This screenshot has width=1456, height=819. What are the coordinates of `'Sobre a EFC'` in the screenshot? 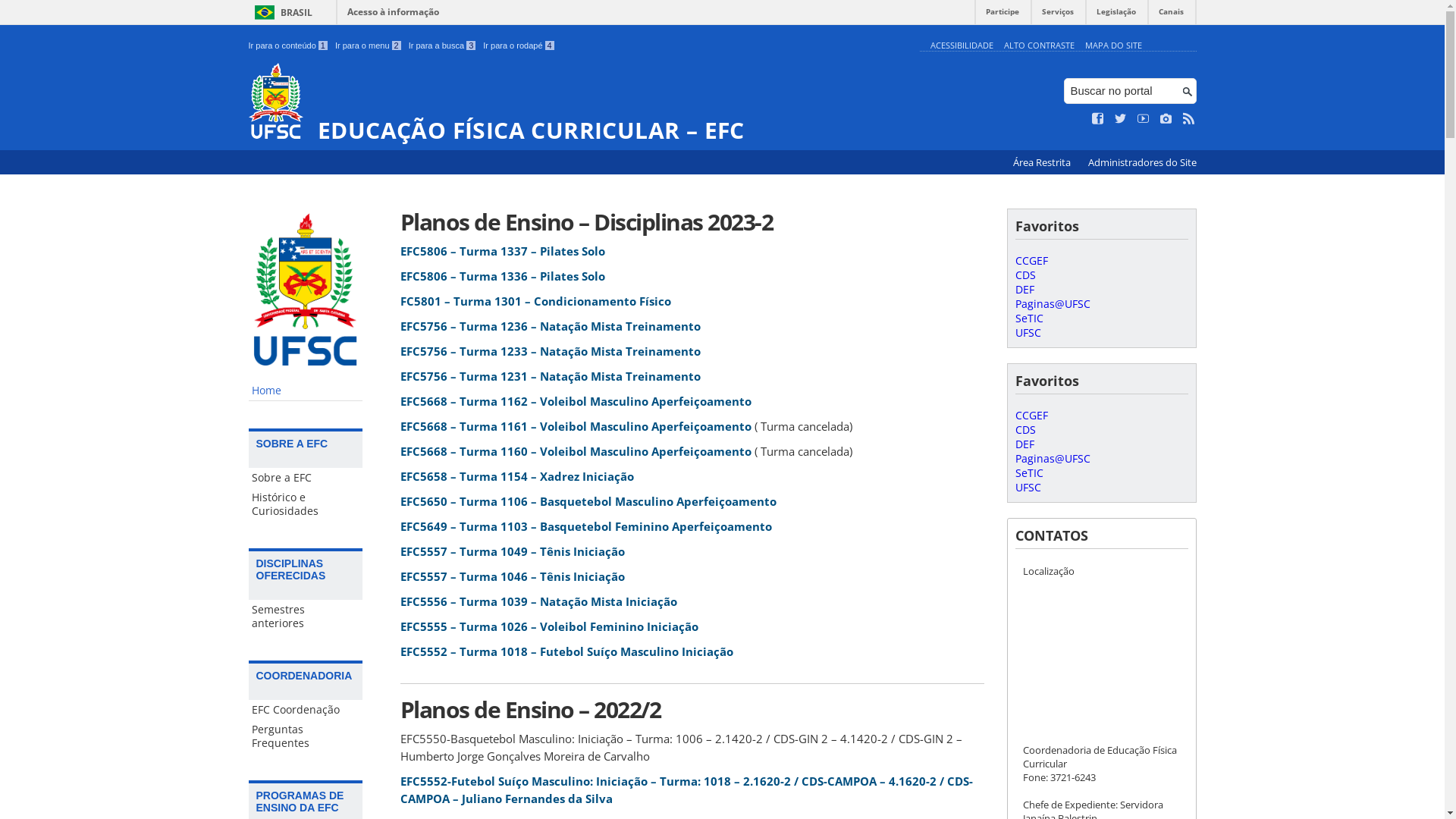 It's located at (305, 476).